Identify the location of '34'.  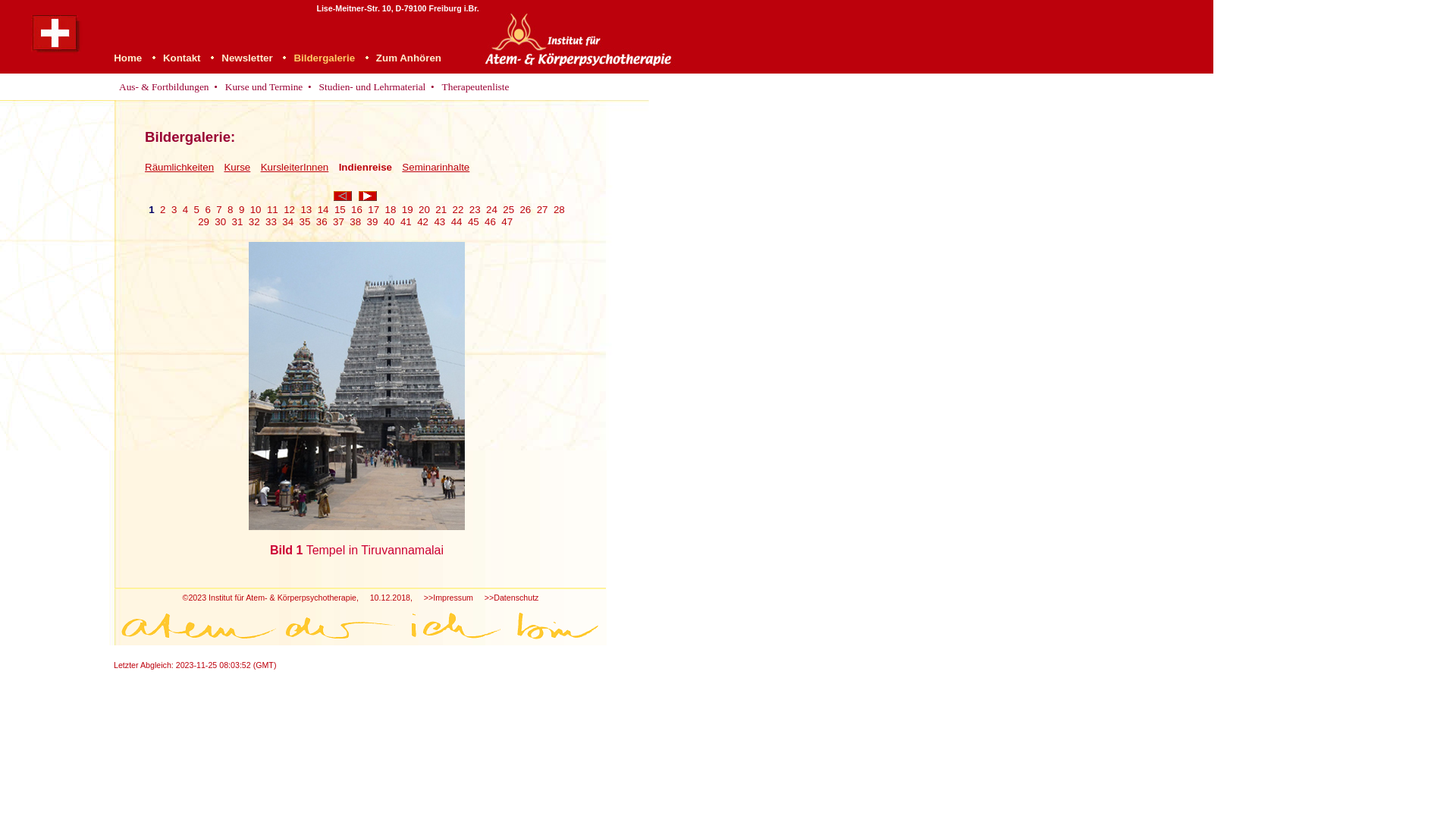
(287, 221).